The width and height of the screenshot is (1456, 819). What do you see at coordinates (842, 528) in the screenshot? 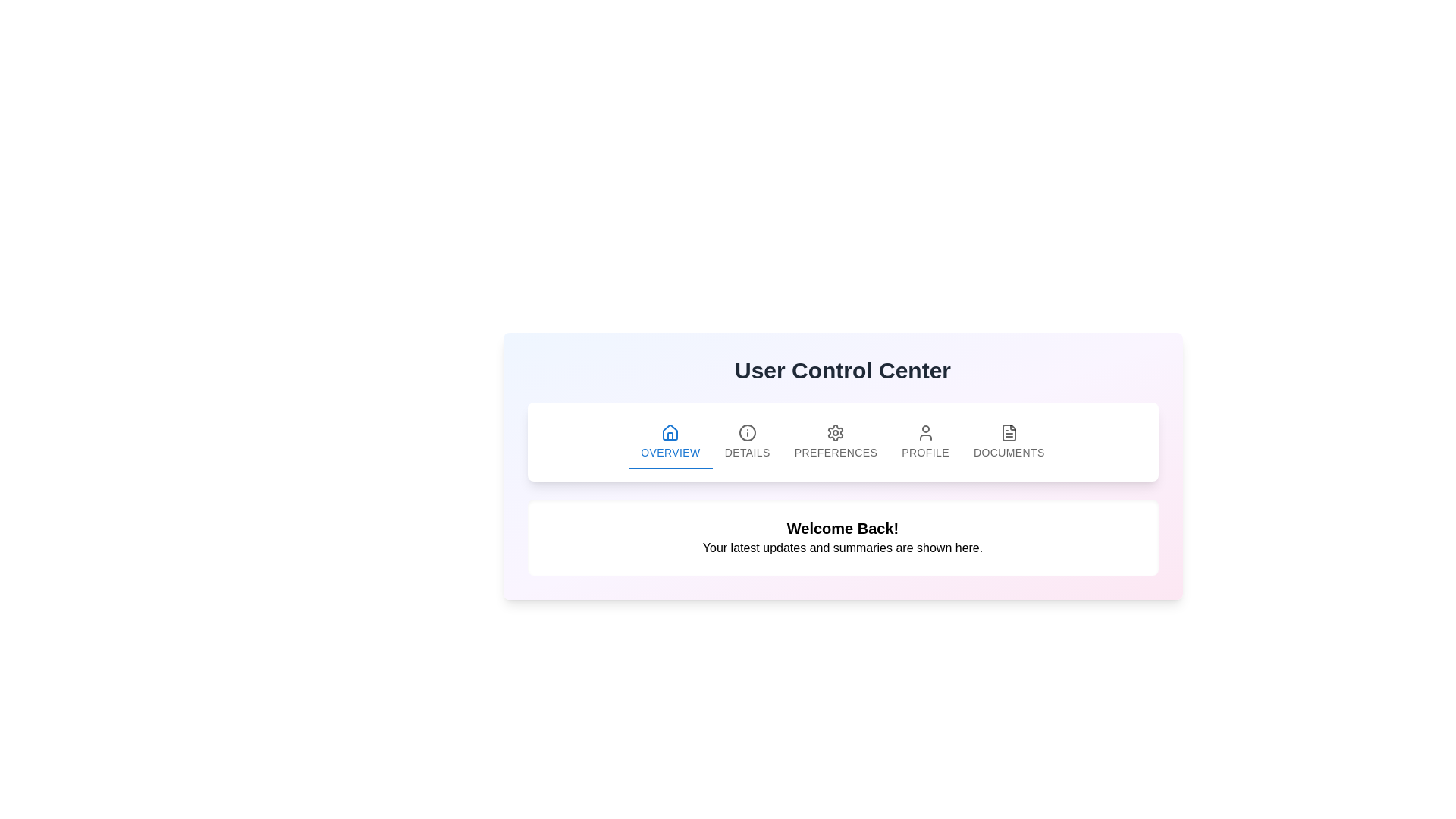
I see `the bold text element displaying 'Welcome Back!' located in the center of the User Control Center section` at bounding box center [842, 528].